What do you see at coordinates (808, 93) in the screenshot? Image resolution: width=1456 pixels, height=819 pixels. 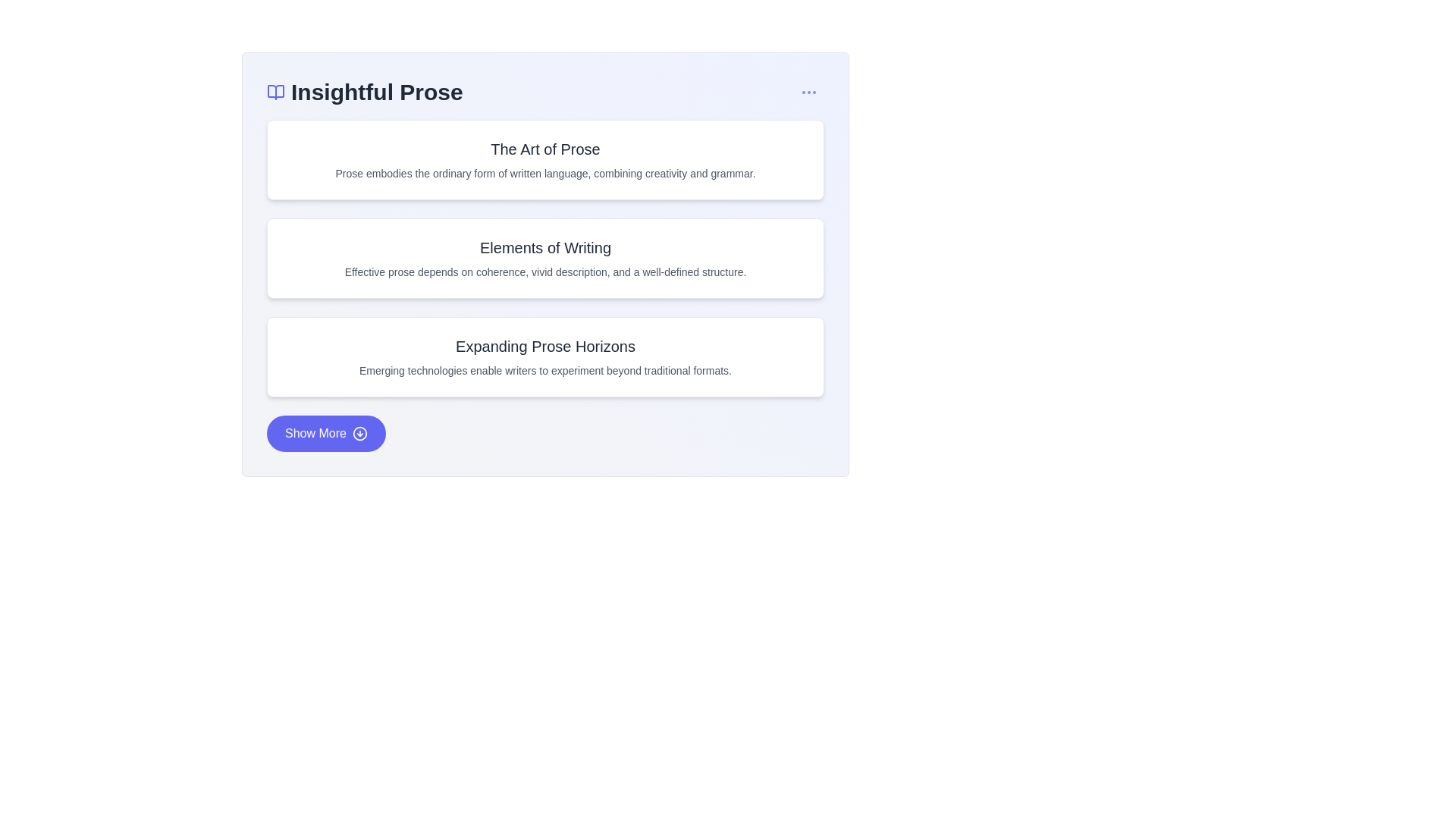 I see `the options menu icon, which is located at the top-right corner of the 'Insightful Prose' component and features a light indigo background` at bounding box center [808, 93].